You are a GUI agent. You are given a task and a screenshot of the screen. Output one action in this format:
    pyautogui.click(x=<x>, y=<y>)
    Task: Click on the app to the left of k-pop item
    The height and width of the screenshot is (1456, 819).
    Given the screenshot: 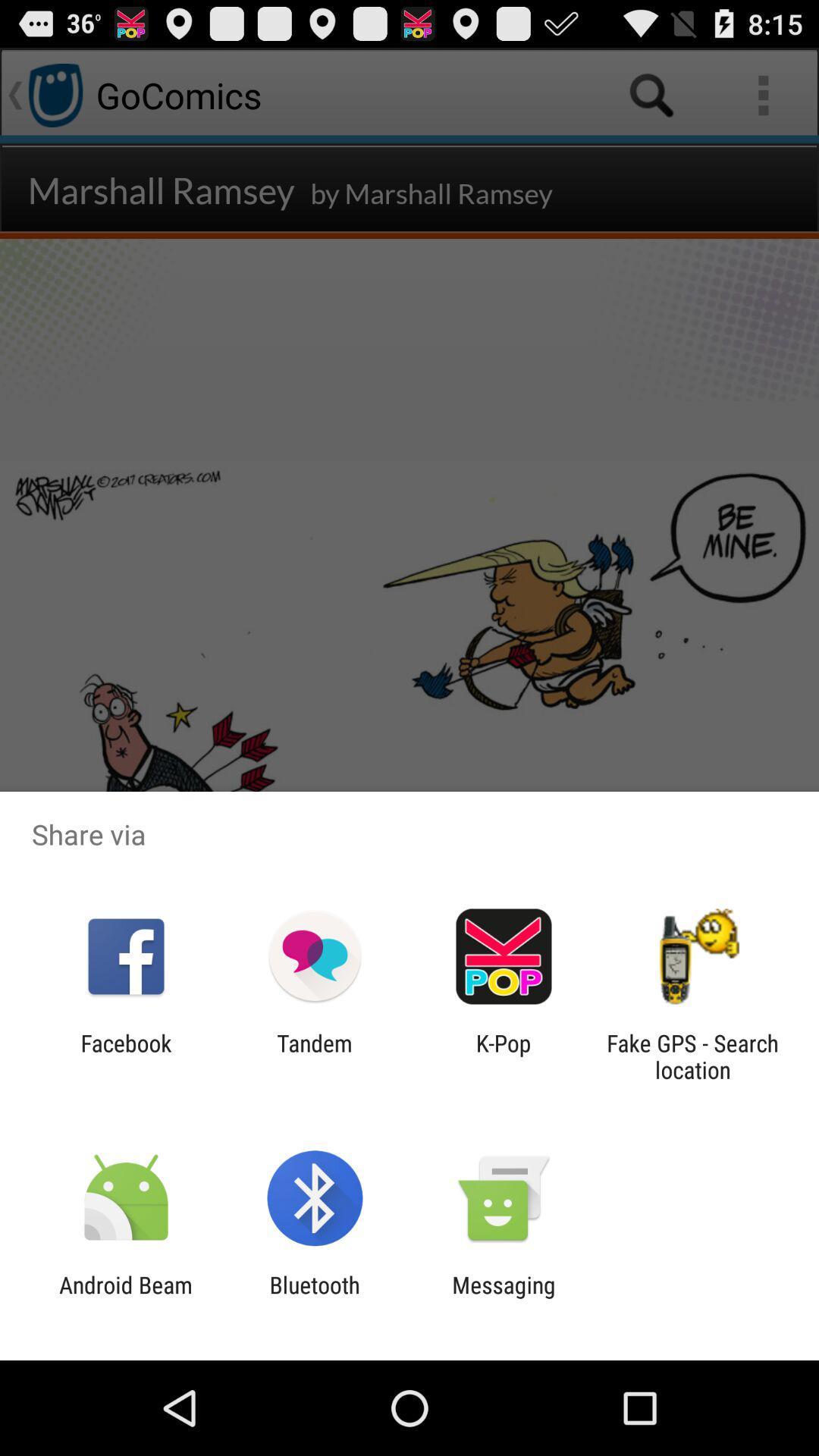 What is the action you would take?
    pyautogui.click(x=314, y=1056)
    